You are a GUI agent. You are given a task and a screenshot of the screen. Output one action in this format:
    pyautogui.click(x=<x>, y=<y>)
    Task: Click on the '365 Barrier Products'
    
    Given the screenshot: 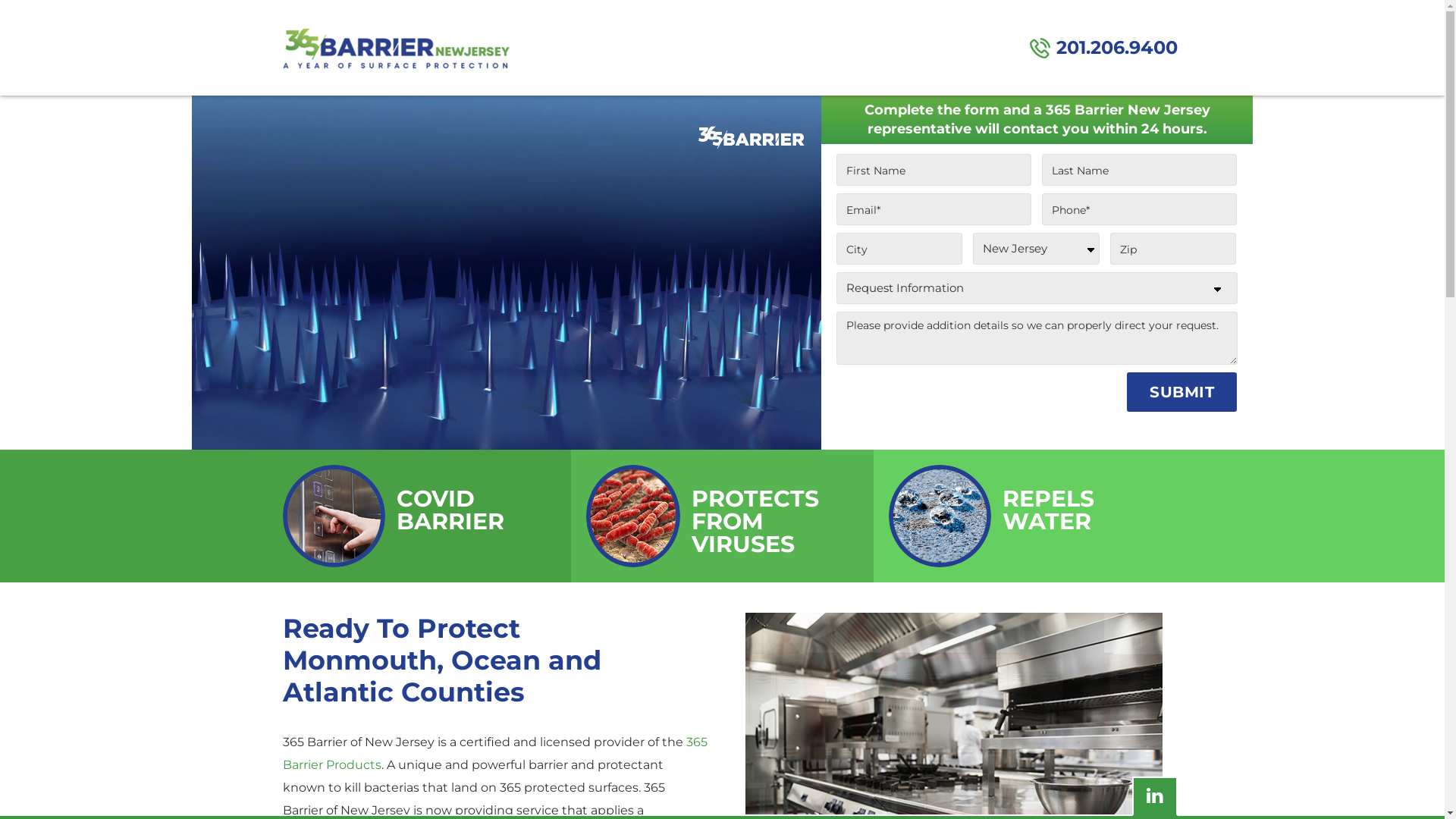 What is the action you would take?
    pyautogui.click(x=494, y=753)
    